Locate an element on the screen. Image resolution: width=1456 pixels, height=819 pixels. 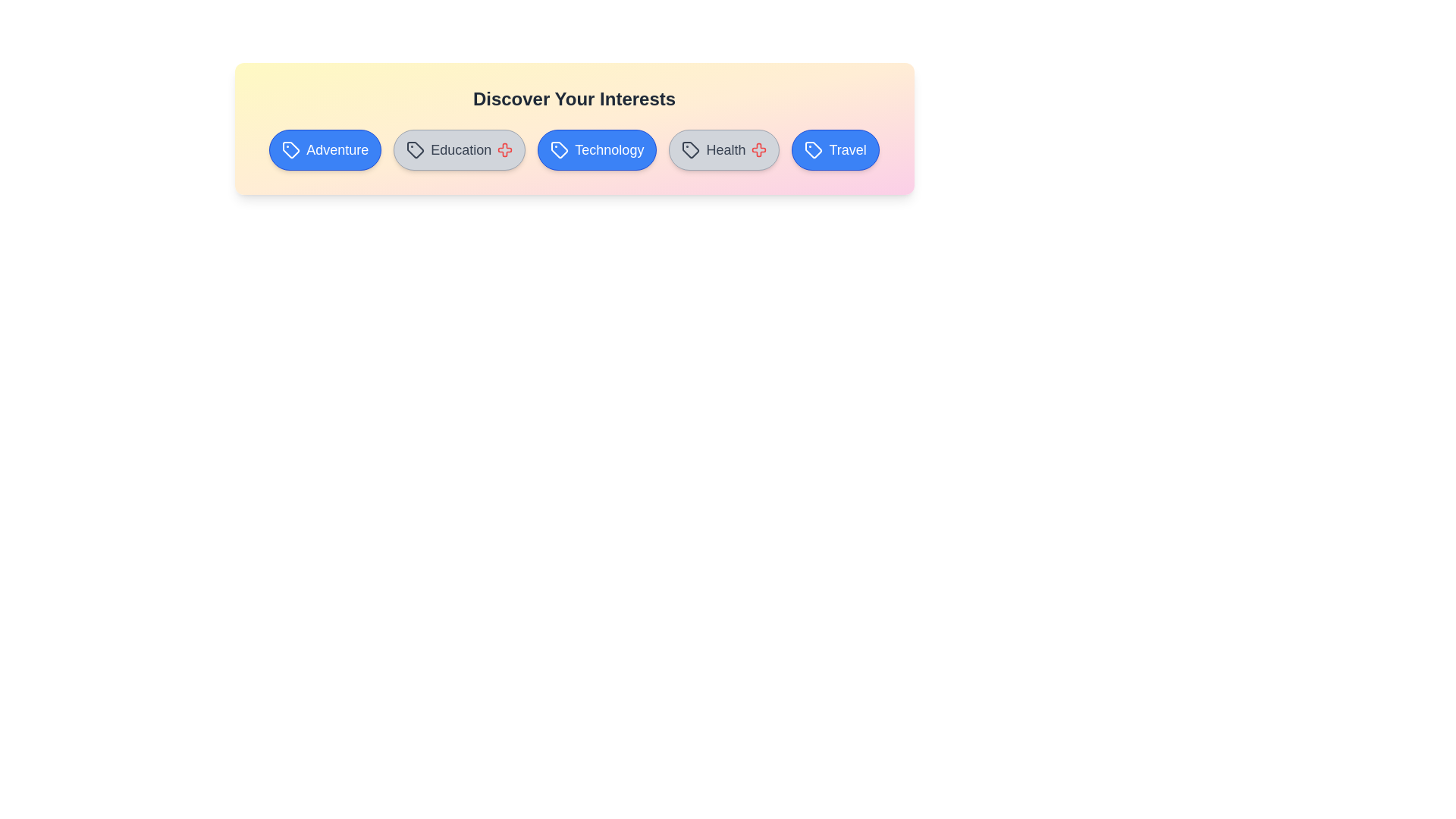
the tag labeled Technology to observe the hover effect is located at coordinates (596, 149).